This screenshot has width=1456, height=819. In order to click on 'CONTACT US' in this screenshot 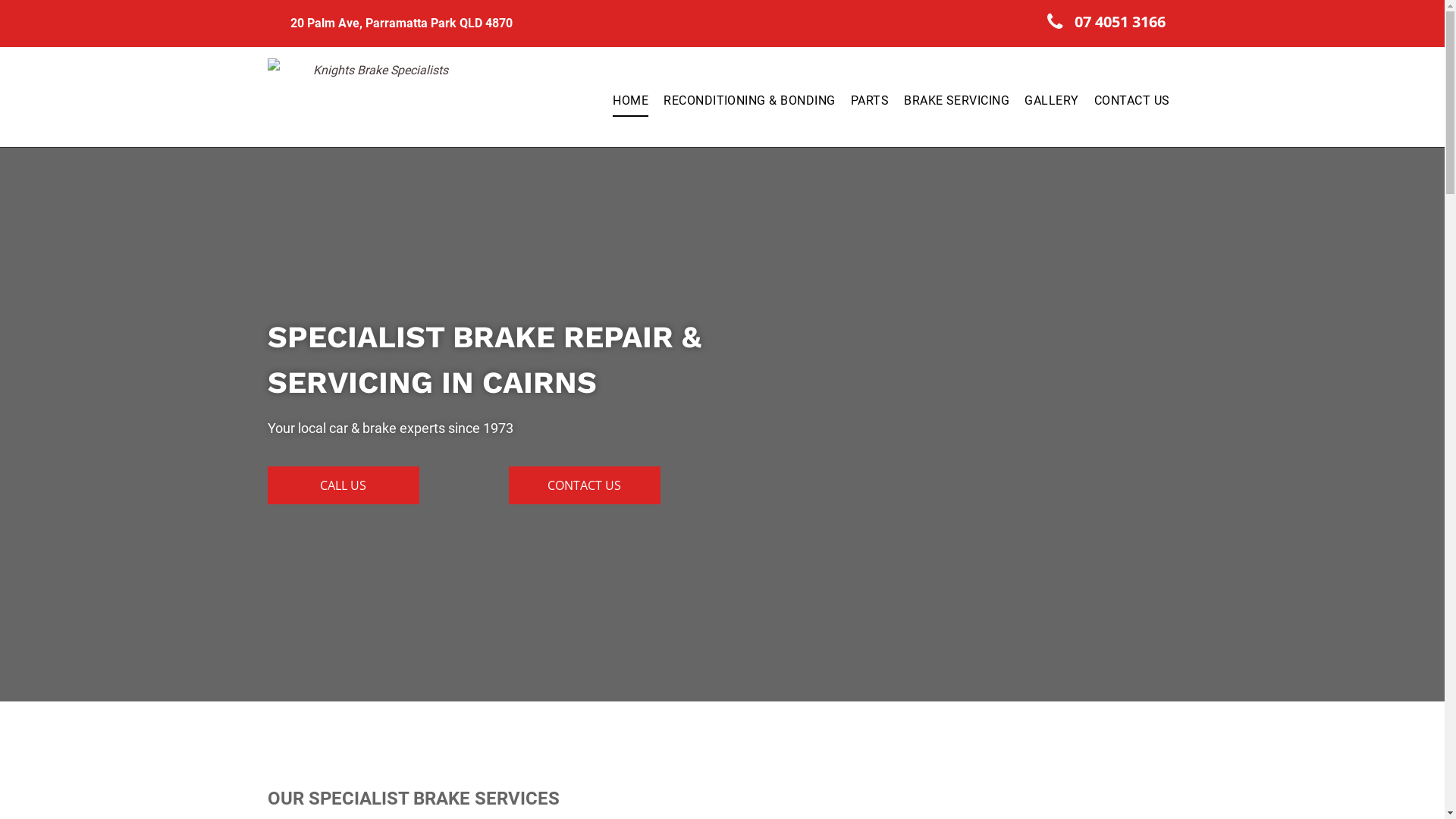, I will do `click(1131, 100)`.